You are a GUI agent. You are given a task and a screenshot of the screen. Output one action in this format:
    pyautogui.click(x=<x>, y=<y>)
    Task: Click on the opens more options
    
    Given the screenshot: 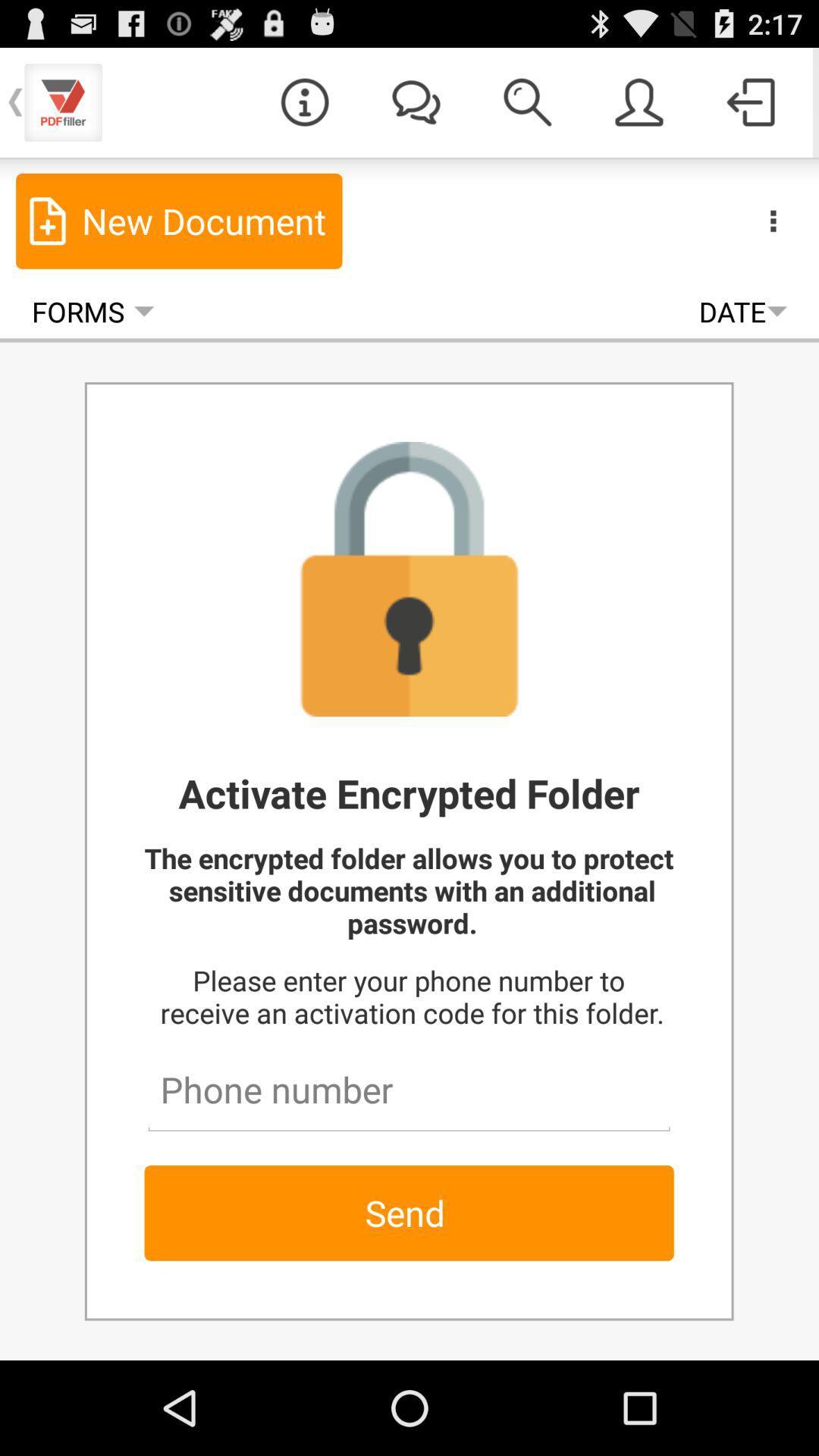 What is the action you would take?
    pyautogui.click(x=773, y=220)
    